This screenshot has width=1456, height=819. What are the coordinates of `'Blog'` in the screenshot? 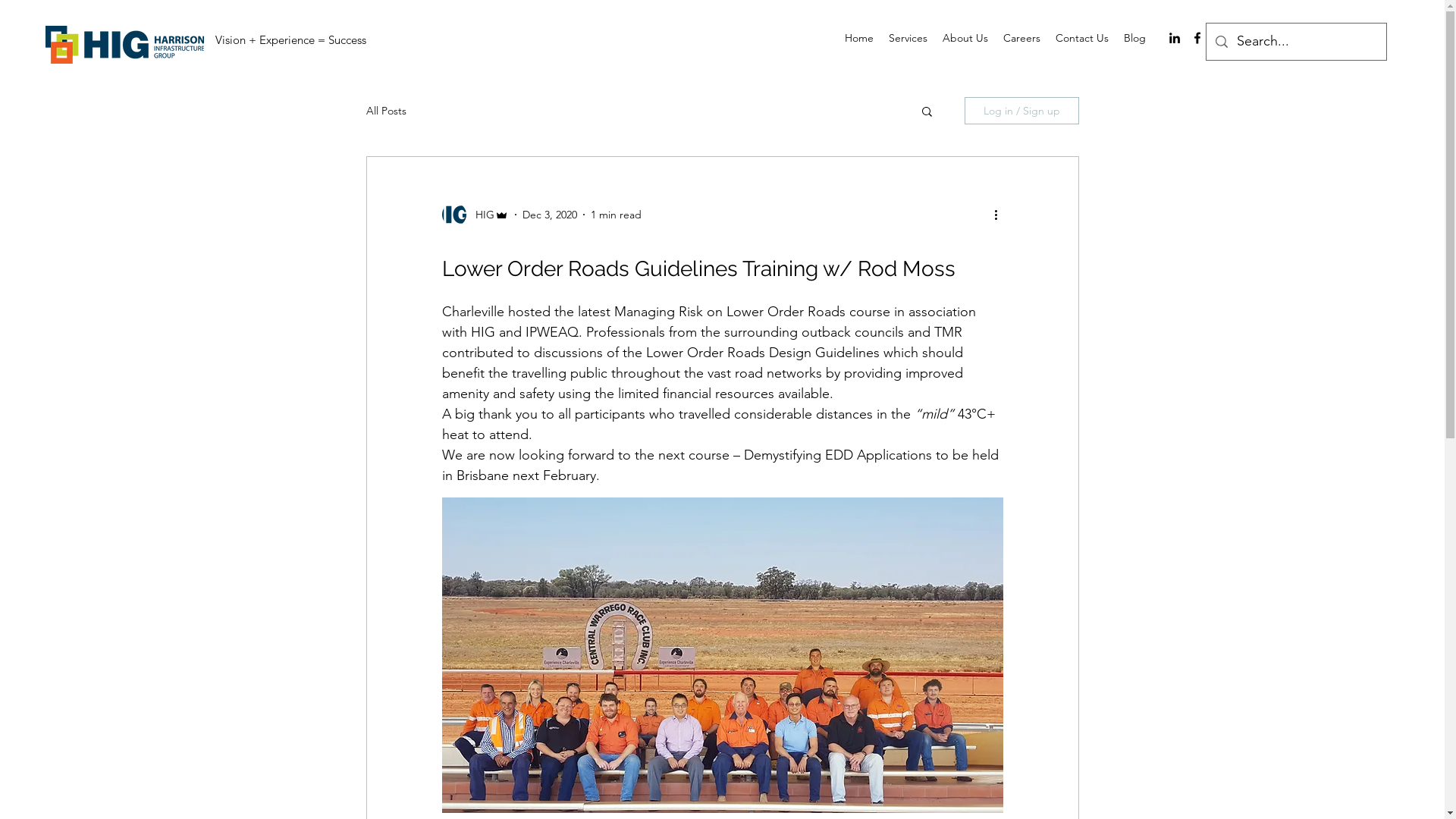 It's located at (1116, 37).